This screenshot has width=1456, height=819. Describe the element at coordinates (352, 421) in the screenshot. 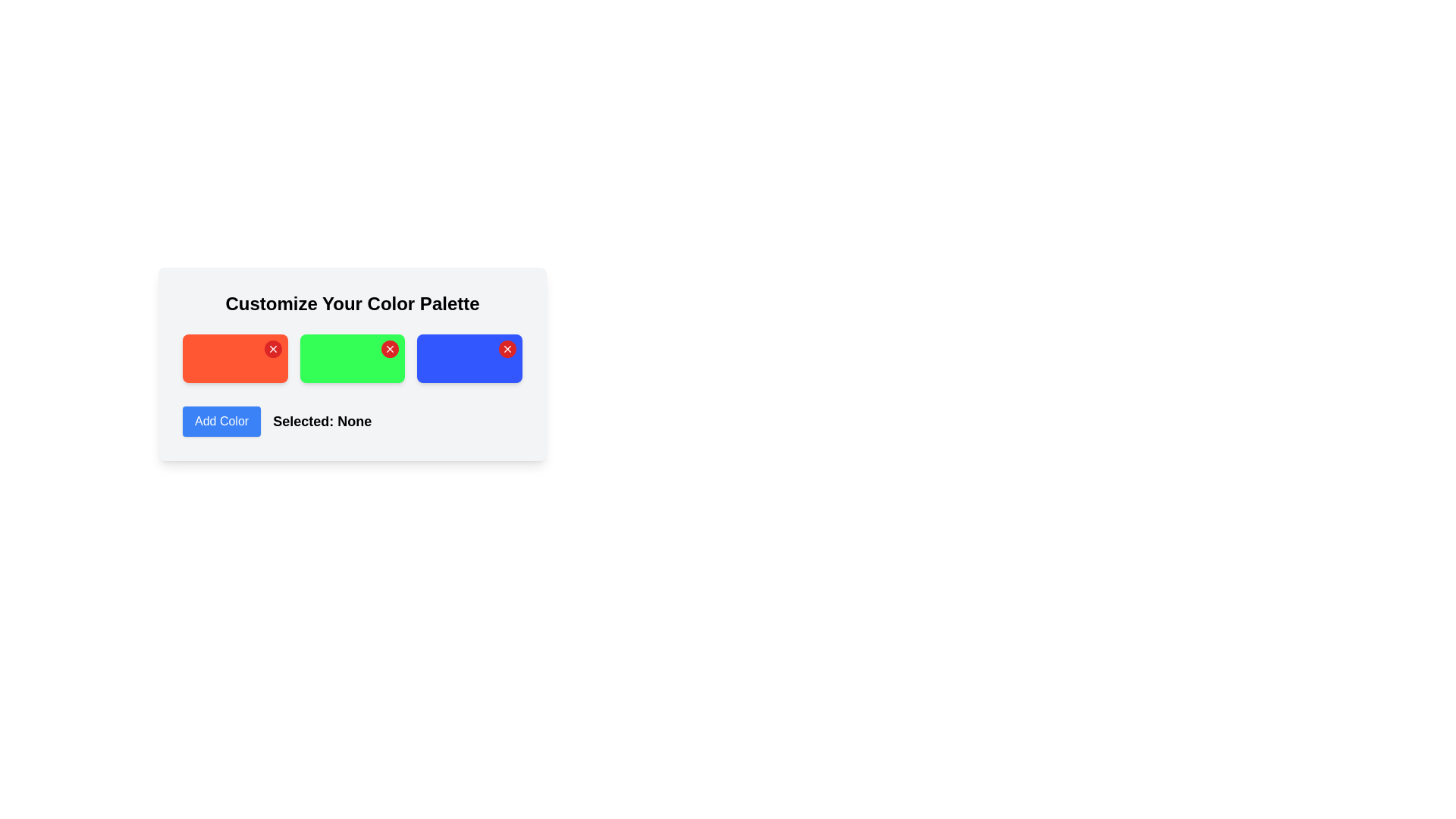

I see `text label 'Selected: None' next to the 'Add Color' button in the 'Customize Your Color Palette' section` at that location.